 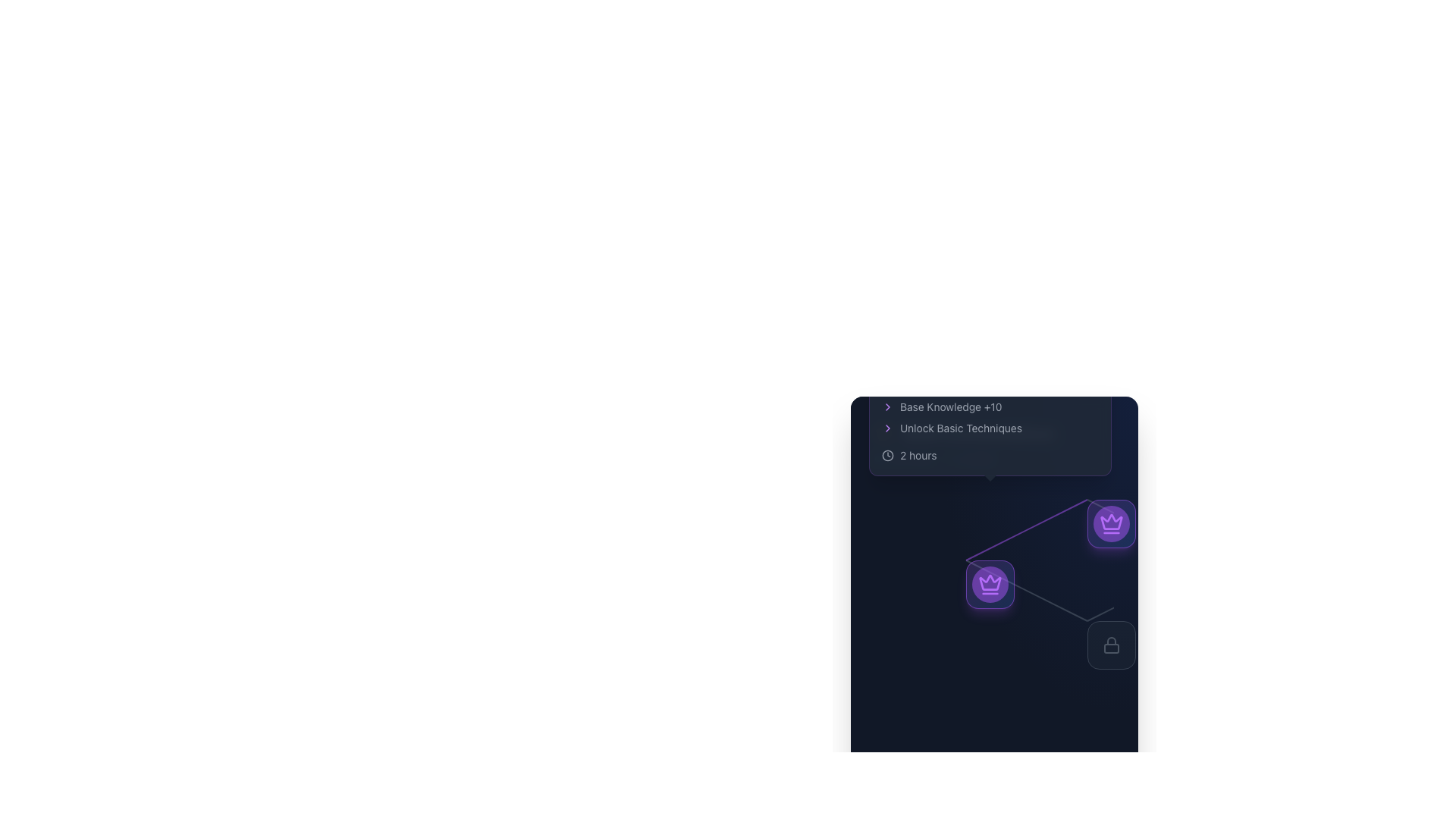 I want to click on the textual description element displaying 'Base Knowledge +10' and 'Unlock Basic Techniques', which features purple chevron icons, located in the 'Rewards' section, so click(x=990, y=406).